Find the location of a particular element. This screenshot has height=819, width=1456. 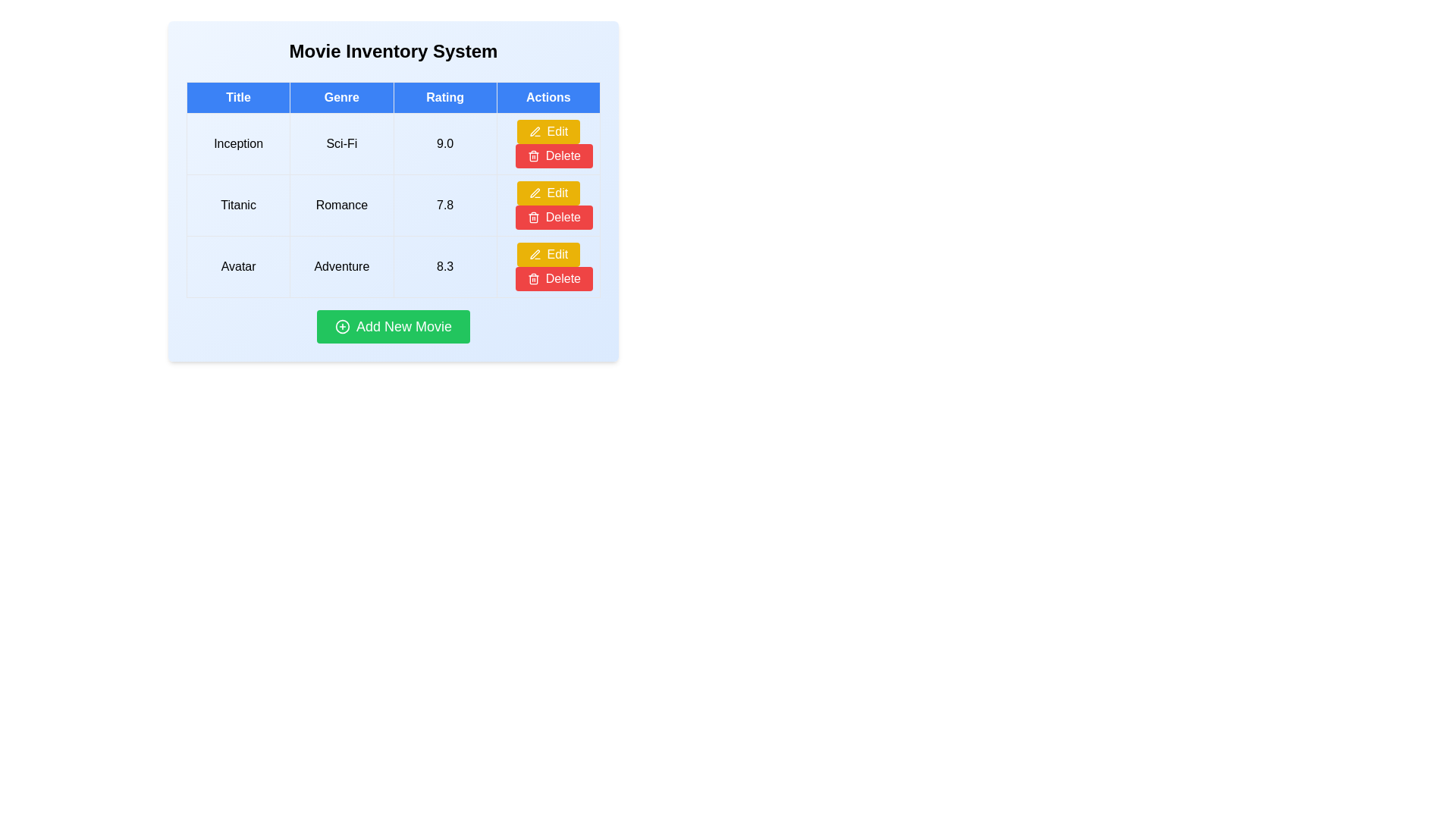

the delete button located in the 'Actions' column of the table, beside the 'Edit' button, in the second row corresponding to the movie 'Titanic' is located at coordinates (553, 155).